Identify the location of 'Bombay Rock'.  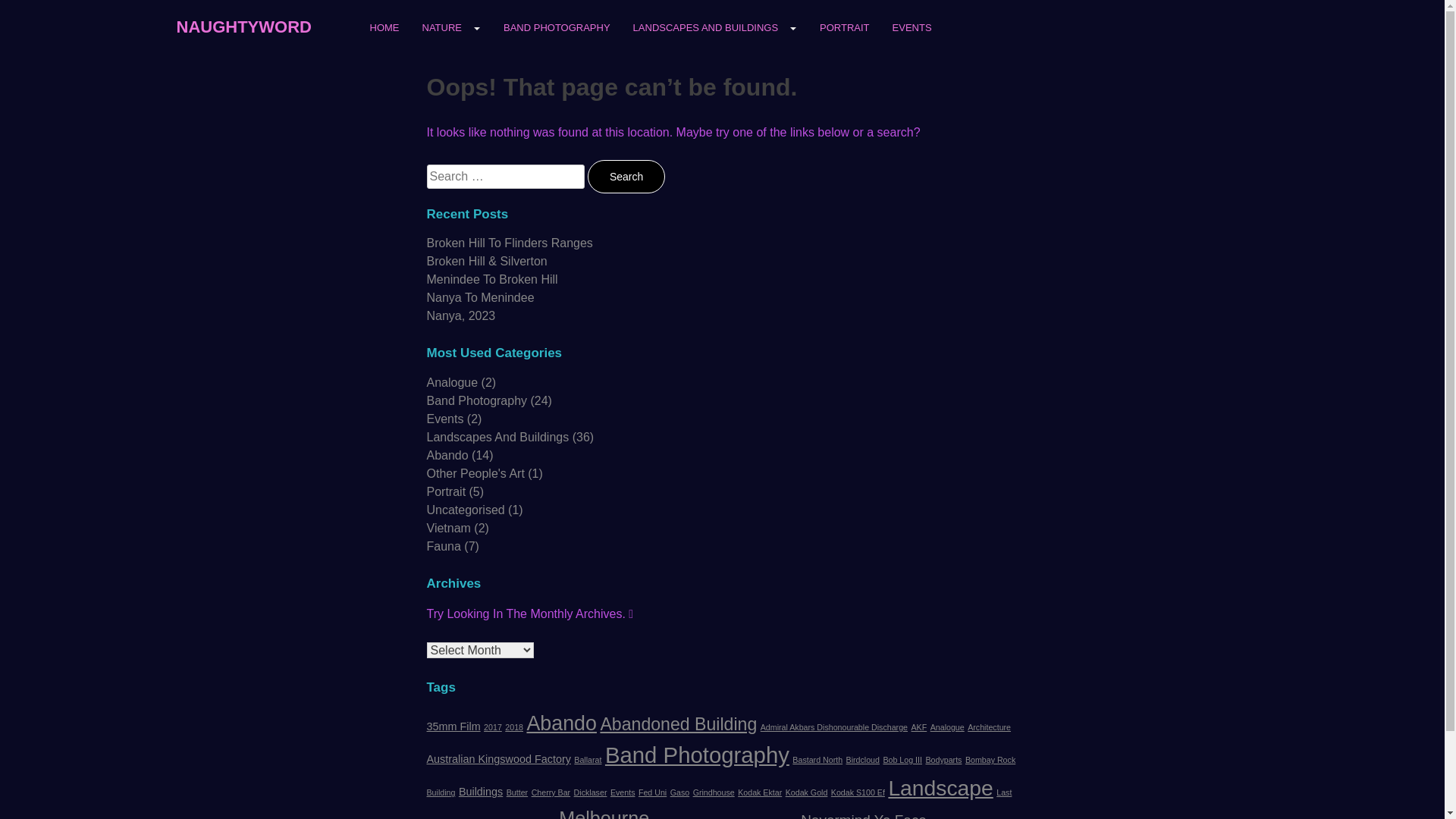
(990, 760).